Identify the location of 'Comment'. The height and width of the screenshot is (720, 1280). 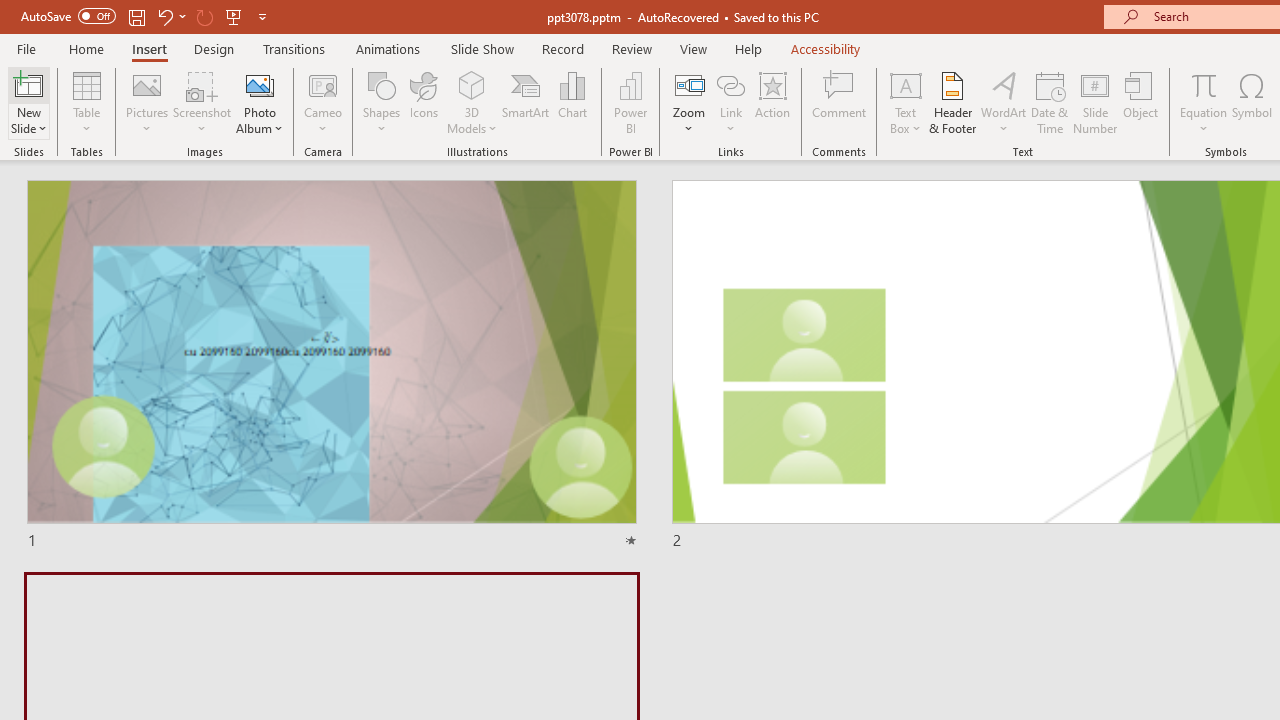
(839, 103).